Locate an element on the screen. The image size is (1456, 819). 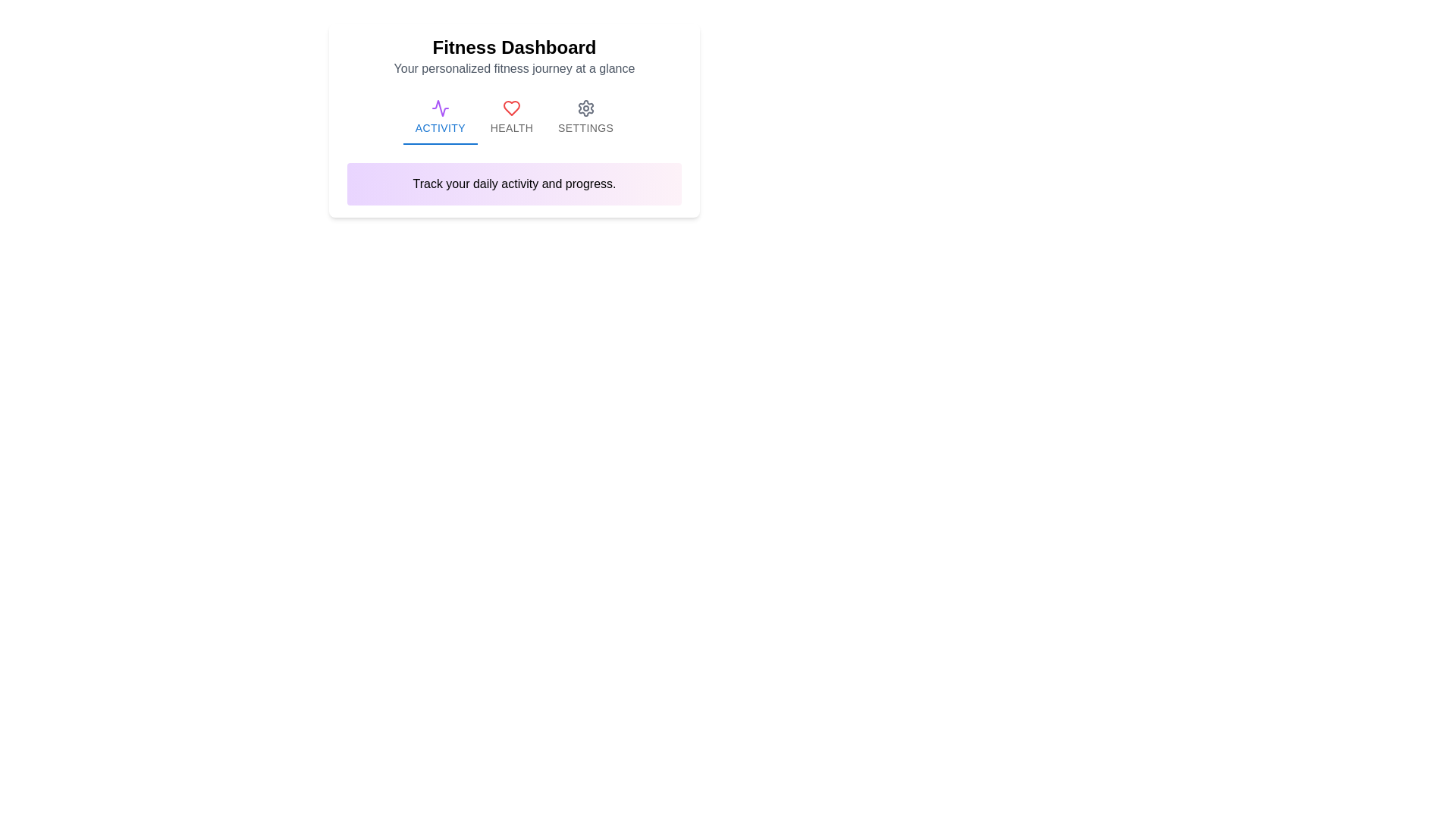
the header labeled 'Fitness Dashboard' which is styled with bold, black text and positioned at the top of the interface is located at coordinates (514, 46).